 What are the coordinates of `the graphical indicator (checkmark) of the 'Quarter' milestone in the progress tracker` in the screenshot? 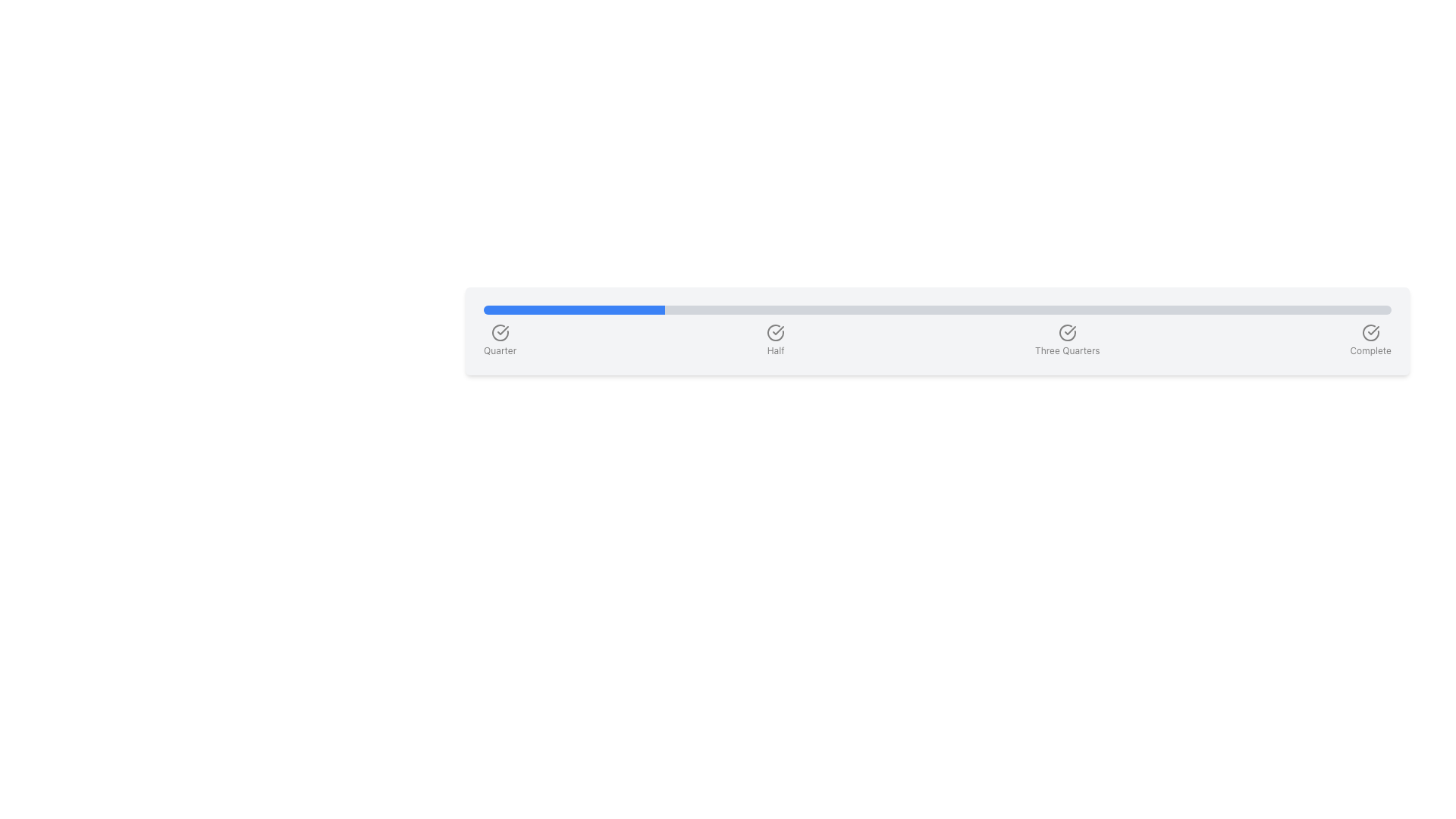 It's located at (500, 339).